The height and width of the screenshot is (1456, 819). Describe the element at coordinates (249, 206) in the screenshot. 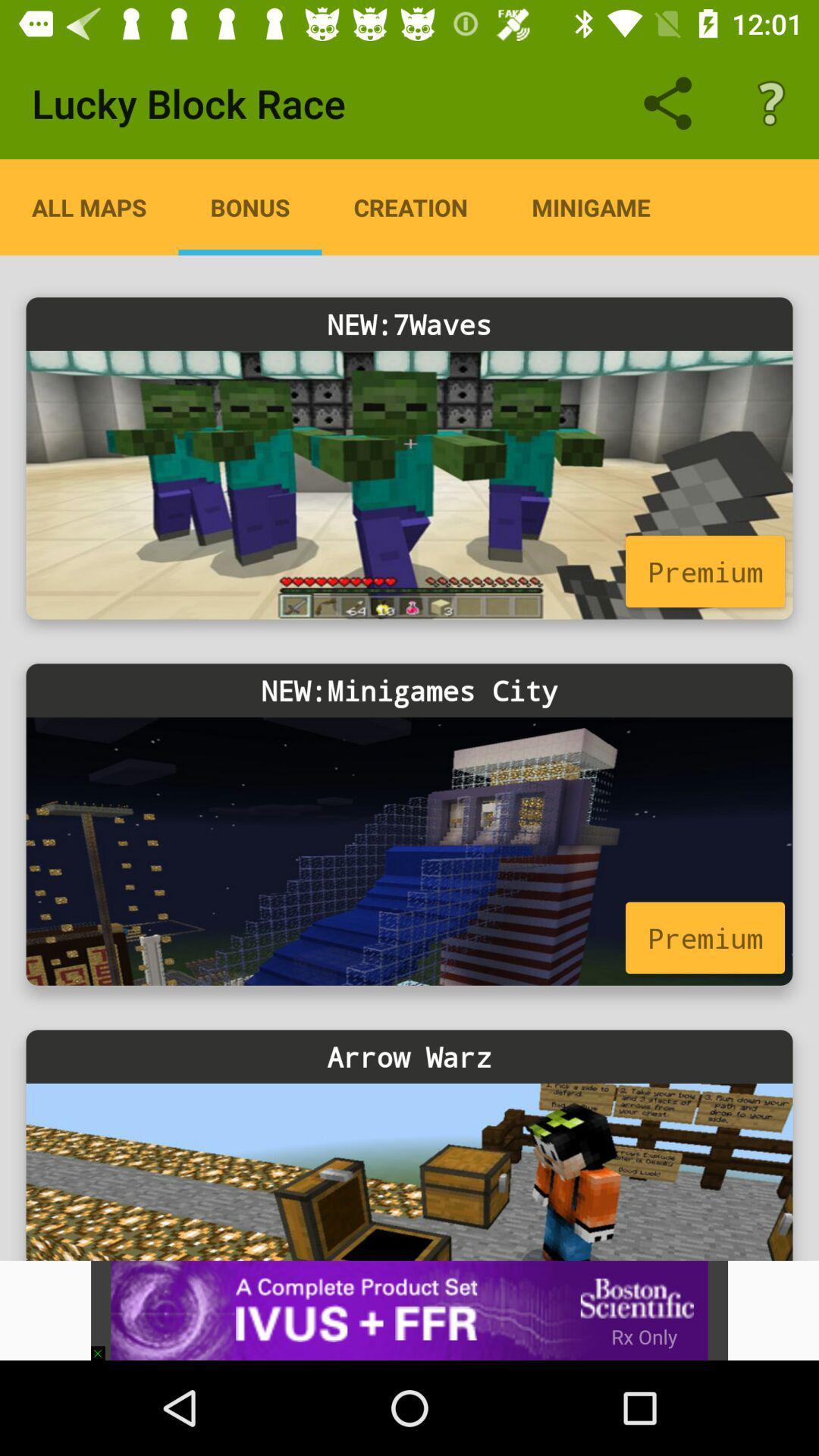

I see `bonus icon` at that location.